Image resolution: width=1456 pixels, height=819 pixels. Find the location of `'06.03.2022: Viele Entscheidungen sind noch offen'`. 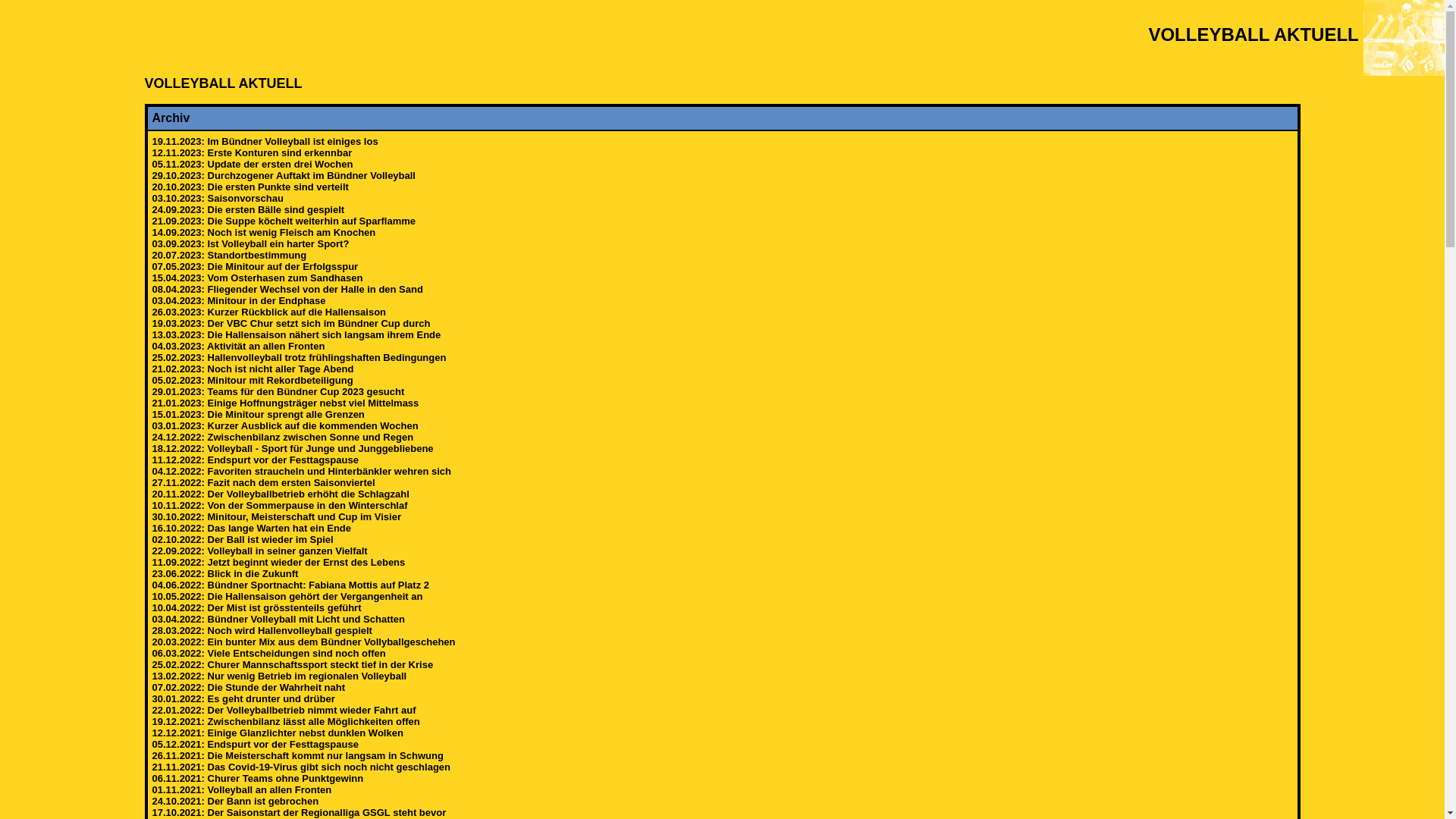

'06.03.2022: Viele Entscheidungen sind noch offen' is located at coordinates (268, 652).